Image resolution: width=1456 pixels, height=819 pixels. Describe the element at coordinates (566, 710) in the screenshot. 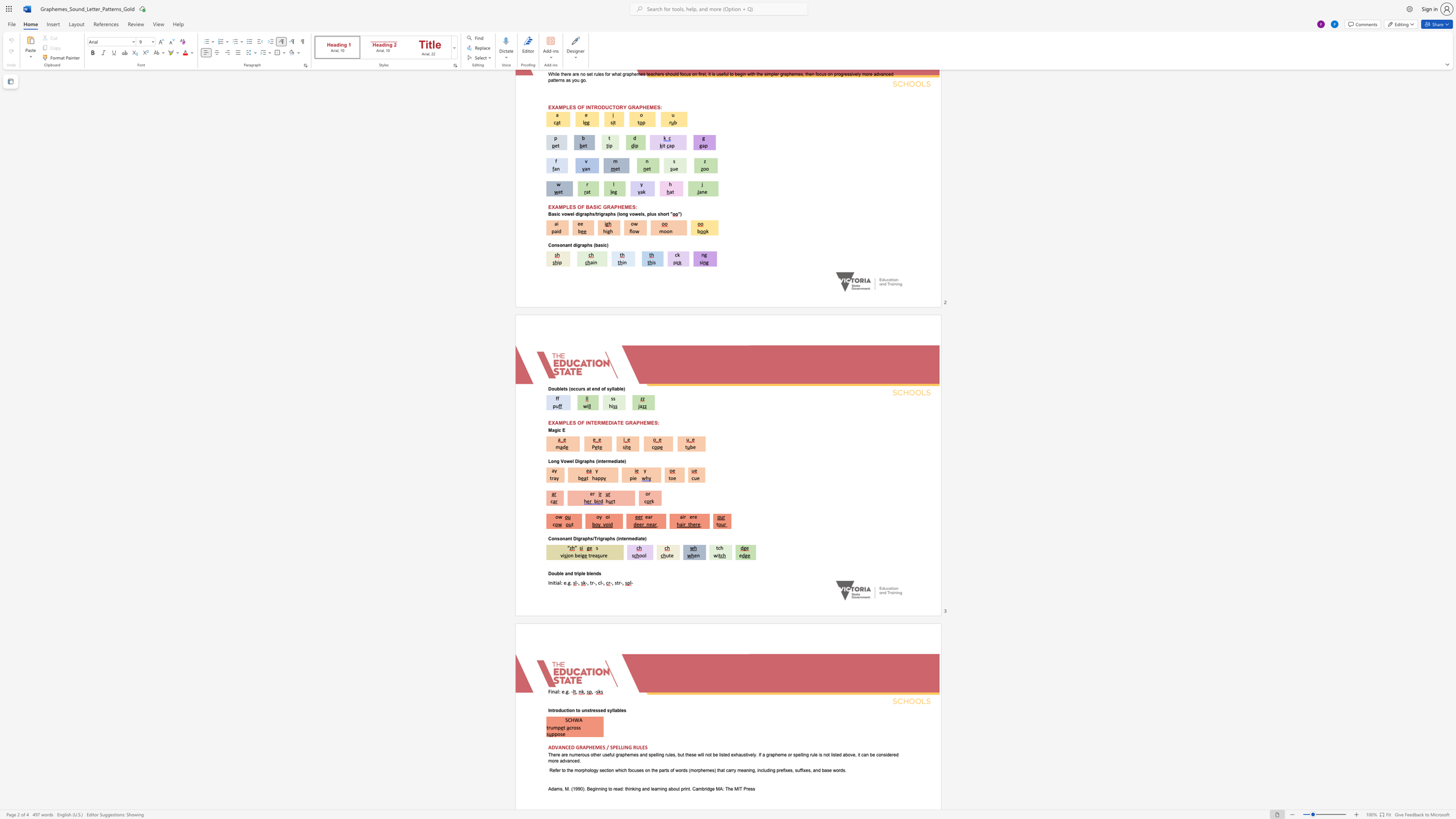

I see `the subset text "tion" within the text "Introduction to unstressed syllables"` at that location.